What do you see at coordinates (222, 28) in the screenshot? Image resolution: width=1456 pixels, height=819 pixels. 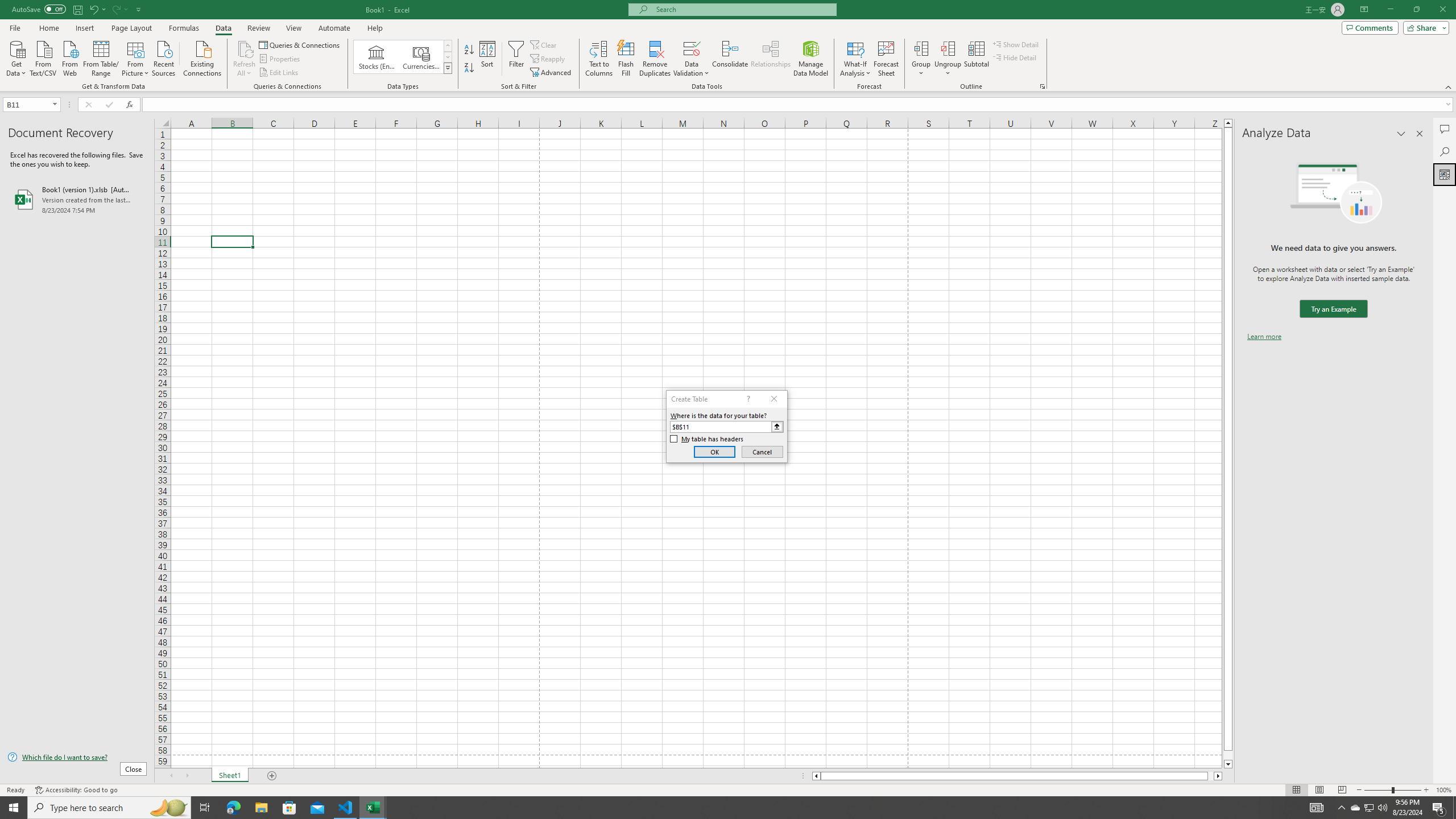 I see `'Data'` at bounding box center [222, 28].